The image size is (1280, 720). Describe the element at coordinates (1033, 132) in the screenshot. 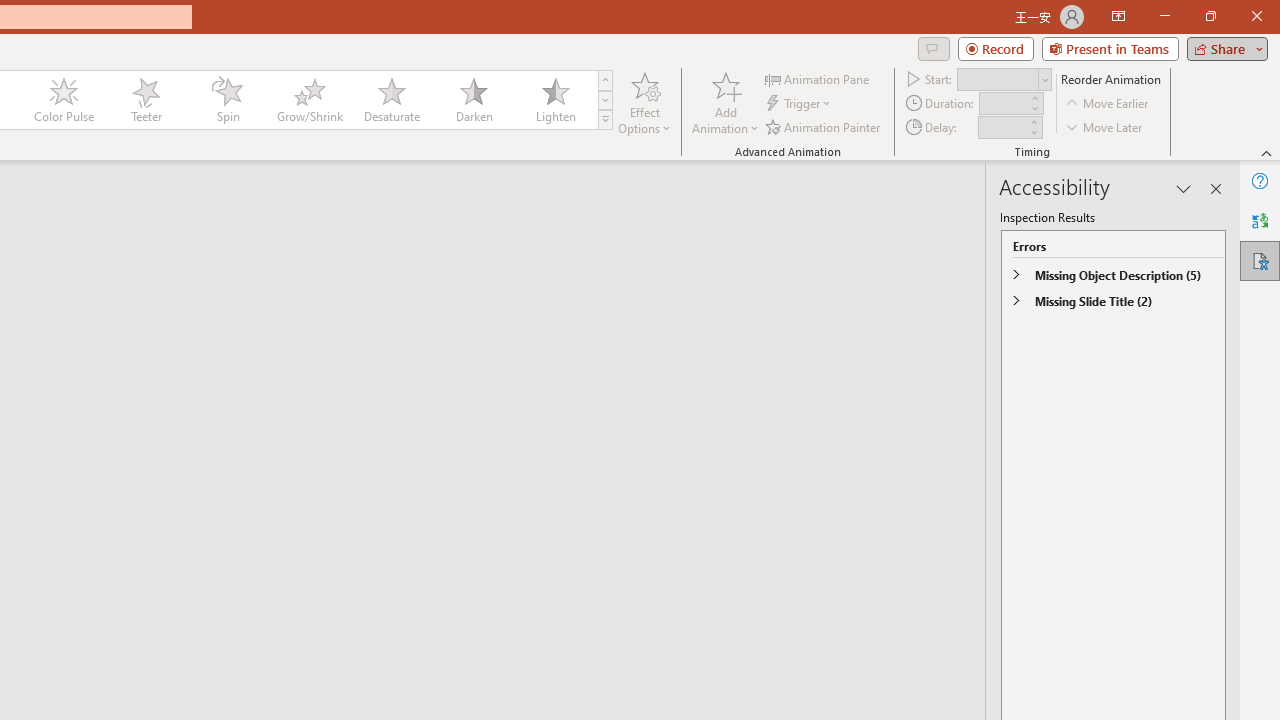

I see `'Less'` at that location.